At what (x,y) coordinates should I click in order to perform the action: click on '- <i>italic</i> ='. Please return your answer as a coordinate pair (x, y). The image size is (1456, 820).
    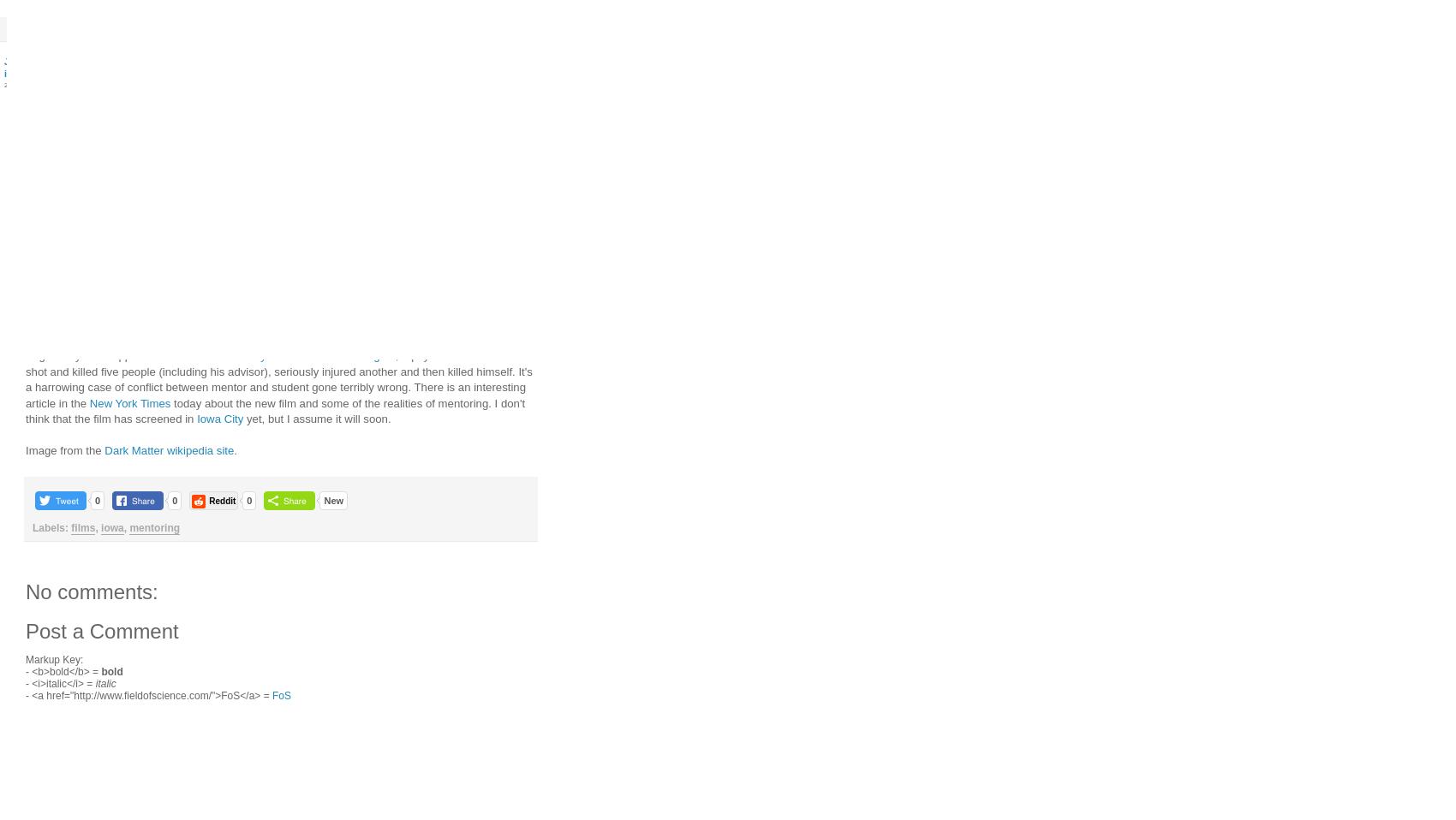
    Looking at the image, I should click on (60, 683).